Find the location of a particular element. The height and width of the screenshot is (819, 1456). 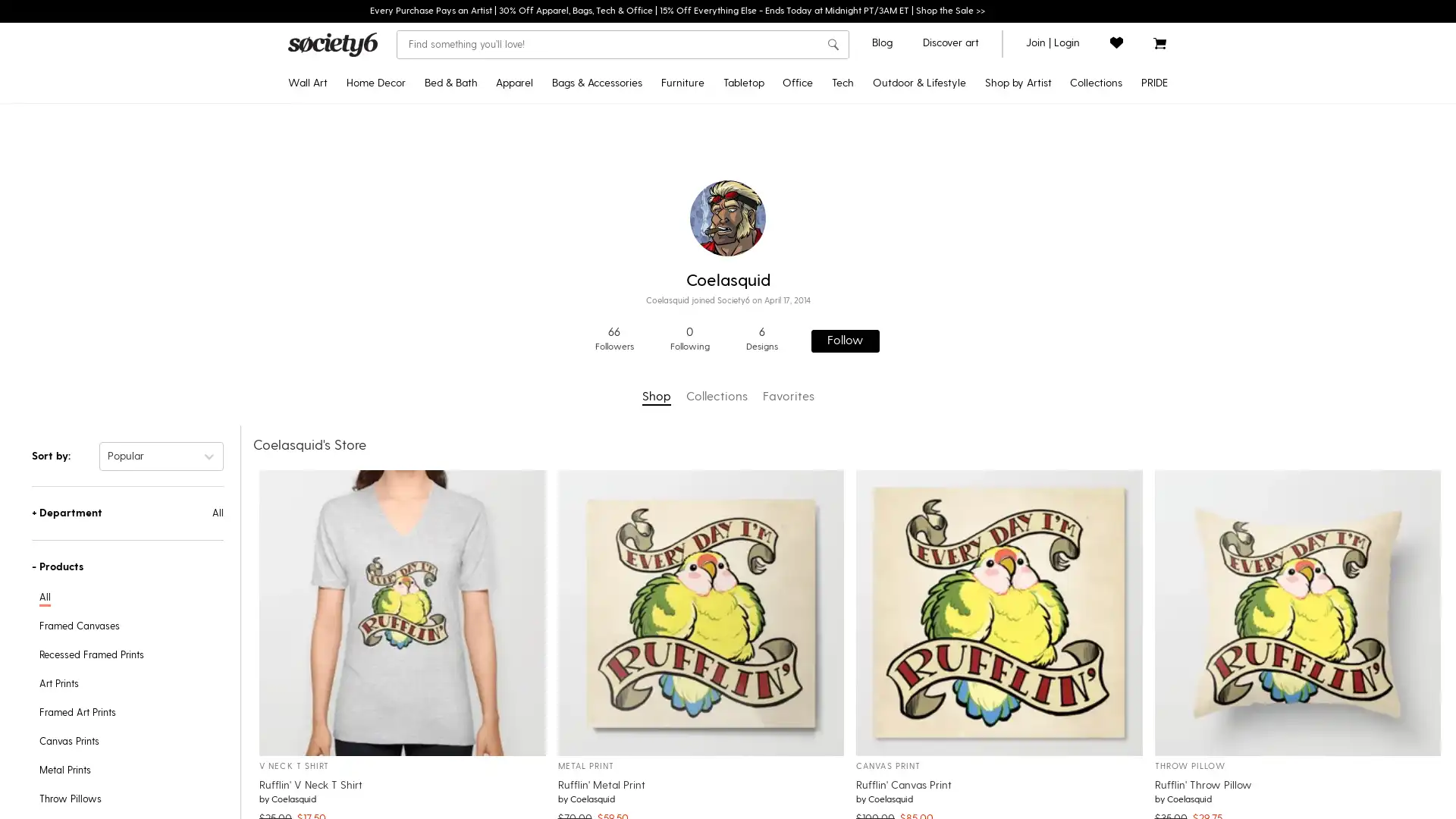

+Department All is located at coordinates (127, 512).